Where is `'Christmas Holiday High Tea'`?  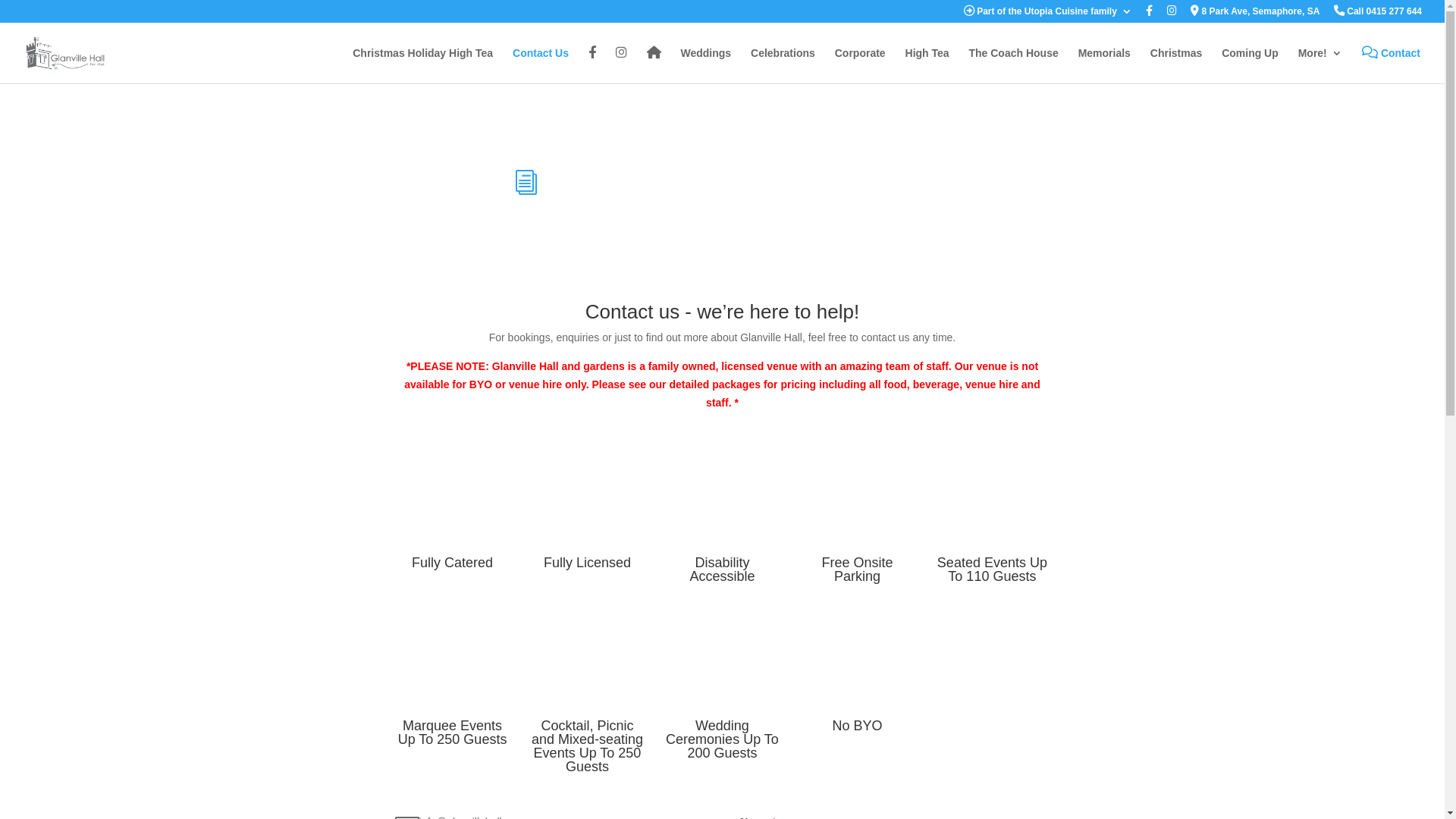 'Christmas Holiday High Tea' is located at coordinates (422, 64).